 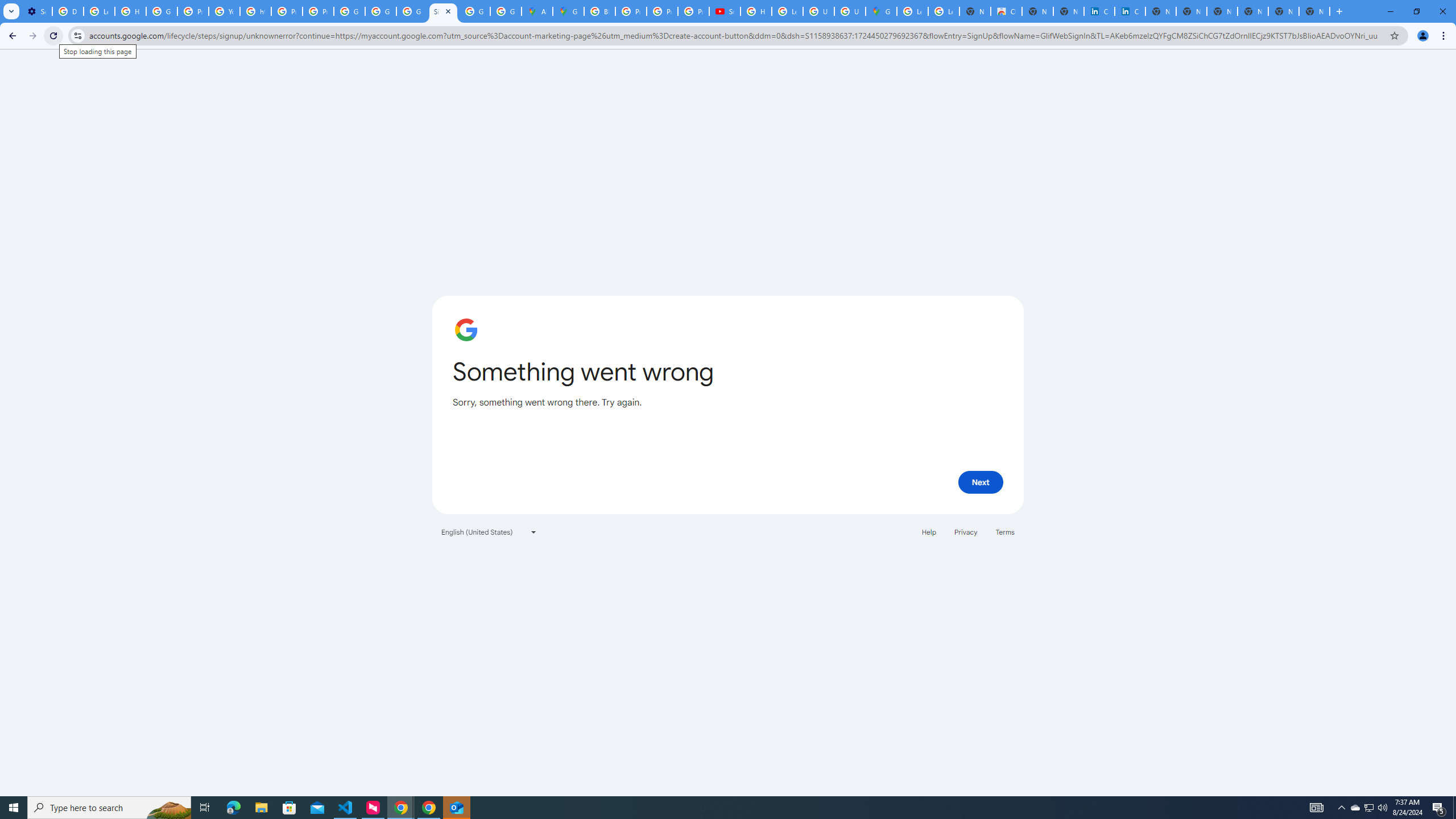 What do you see at coordinates (755, 11) in the screenshot?
I see `'How Chrome protects your passwords - Google Chrome Help'` at bounding box center [755, 11].